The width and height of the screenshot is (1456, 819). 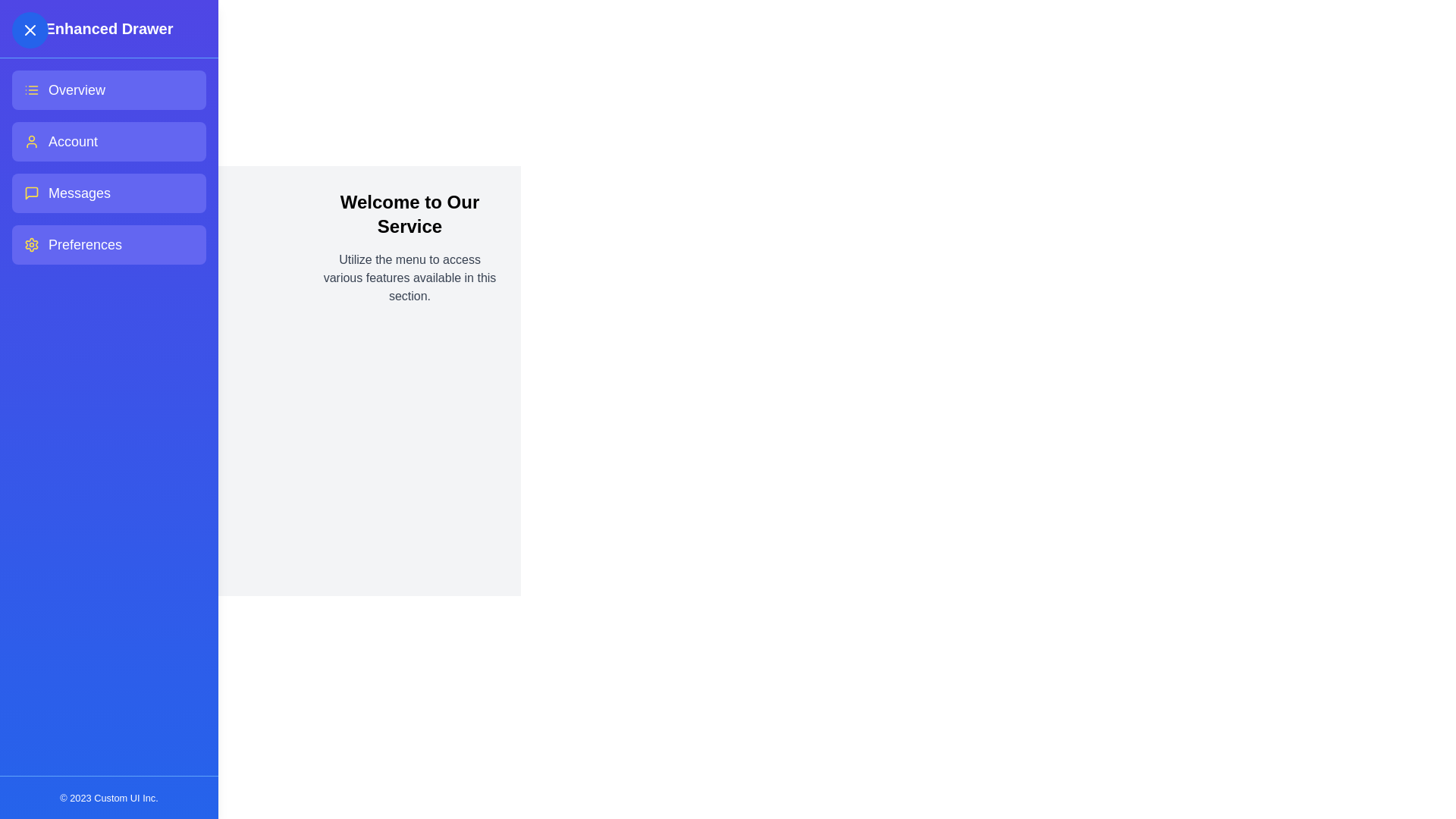 What do you see at coordinates (108, 141) in the screenshot?
I see `the 'Account' button, which is the second button in a vertical list of navigation buttons on the left sidebar` at bounding box center [108, 141].